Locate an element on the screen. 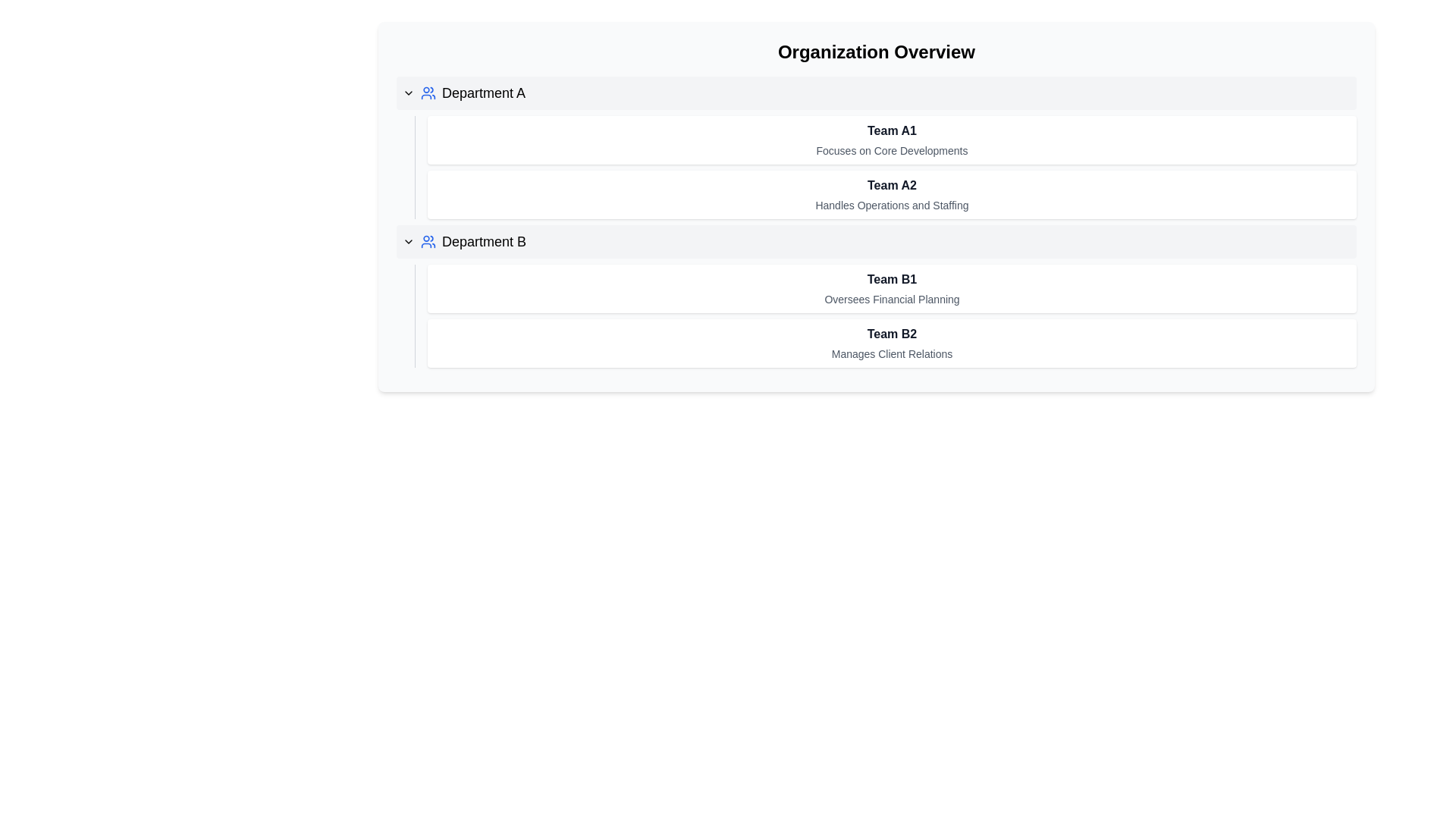 This screenshot has height=819, width=1456. text label that serves as a heading for outlining team information, positioned above 'Handles Operations and Staffing' in 'Department A' is located at coordinates (892, 185).